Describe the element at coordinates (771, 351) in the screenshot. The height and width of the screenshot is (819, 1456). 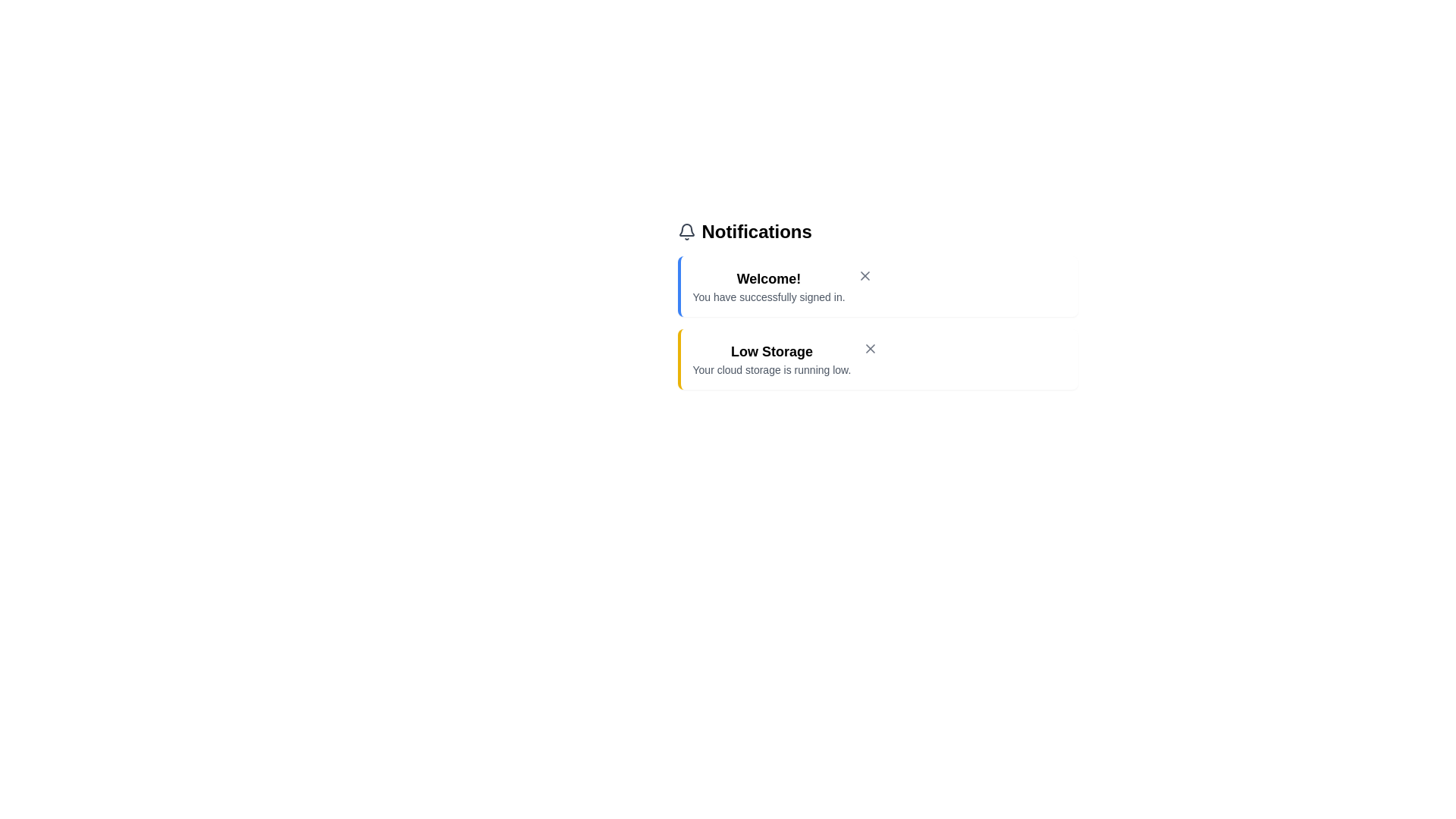
I see `the bold text displaying 'Low Storage' in a large font size located inside the second notification box with a yellow left border` at that location.